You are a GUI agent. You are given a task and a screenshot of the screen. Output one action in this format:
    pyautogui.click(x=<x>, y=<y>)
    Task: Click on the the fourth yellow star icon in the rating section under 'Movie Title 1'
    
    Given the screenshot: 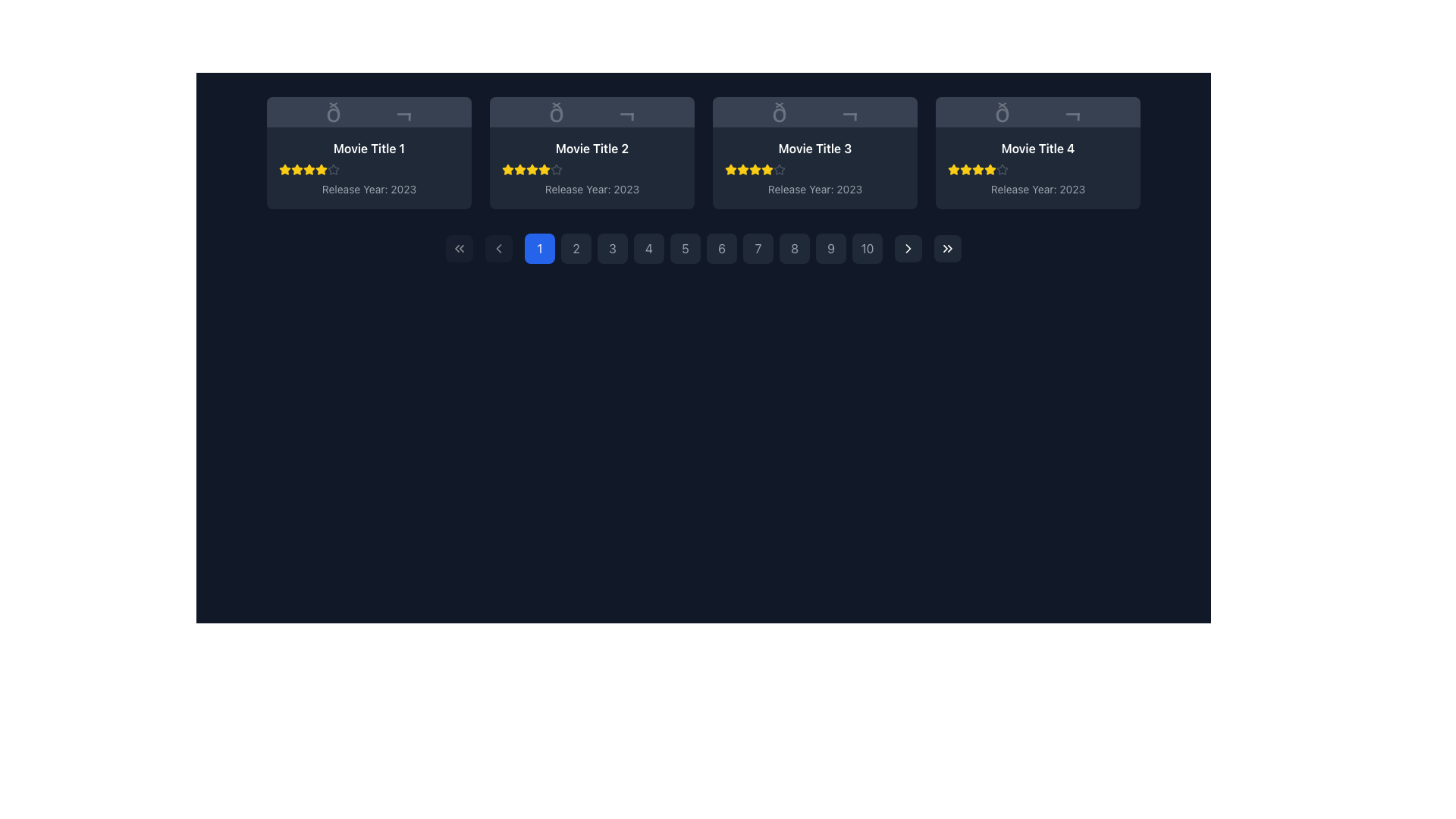 What is the action you would take?
    pyautogui.click(x=309, y=169)
    